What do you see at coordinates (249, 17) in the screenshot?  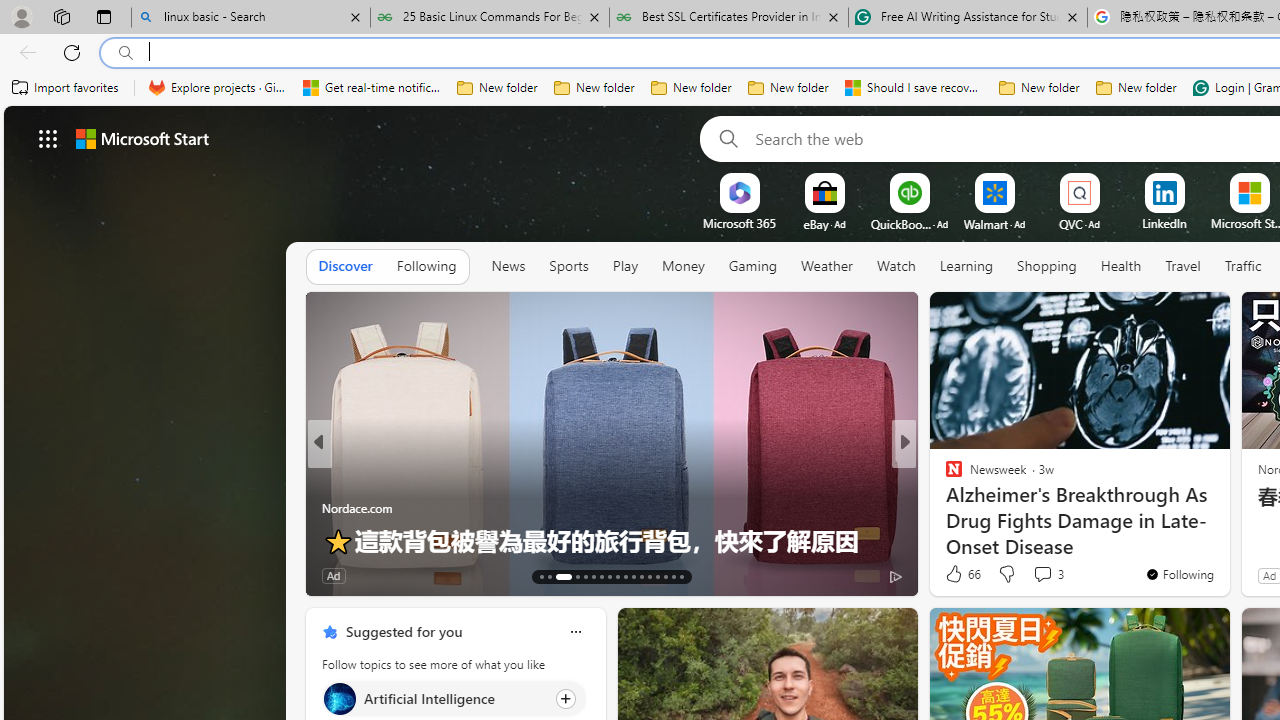 I see `'linux basic - Search'` at bounding box center [249, 17].